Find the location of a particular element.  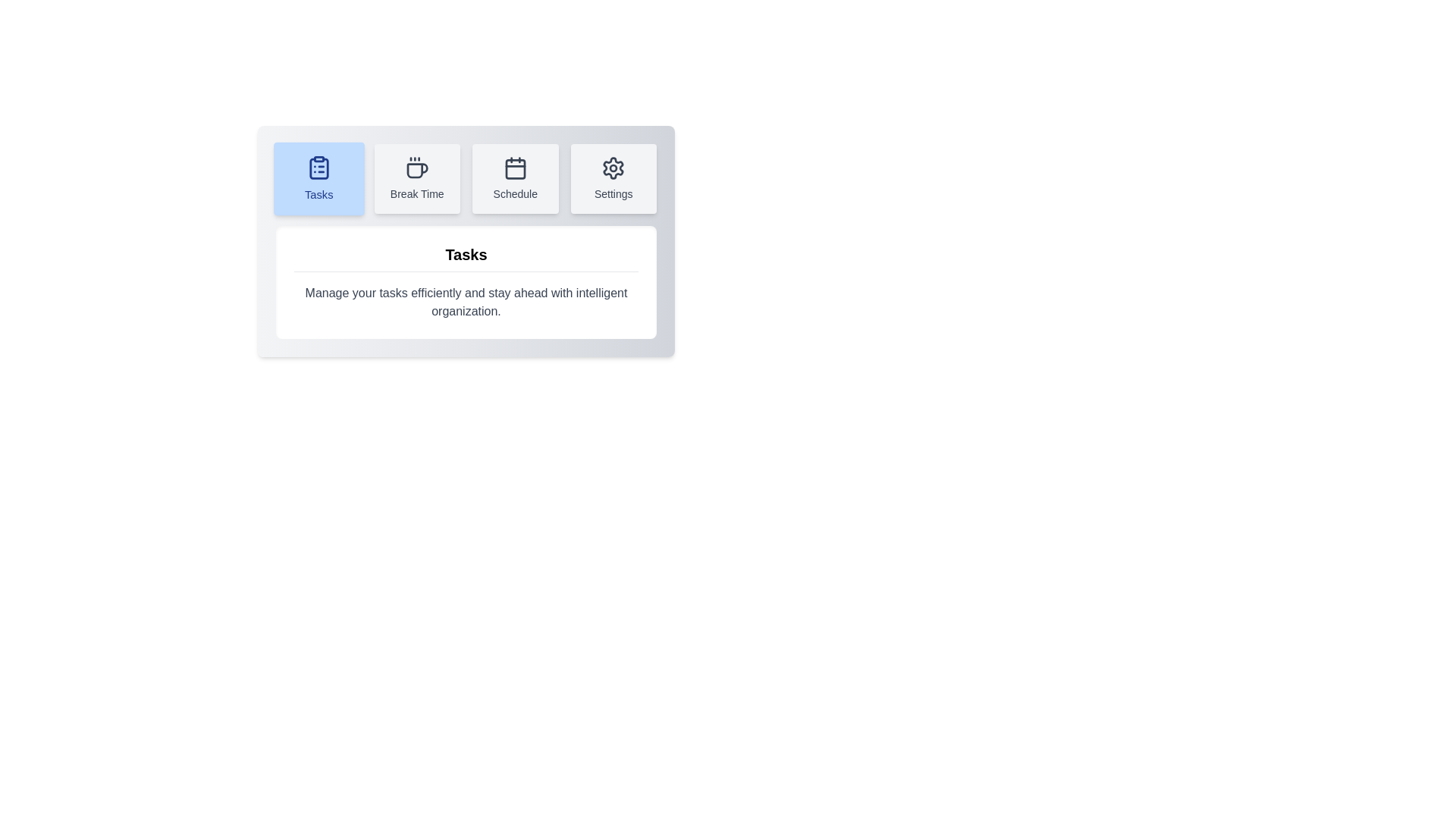

the tab labeled Schedule is located at coordinates (515, 177).